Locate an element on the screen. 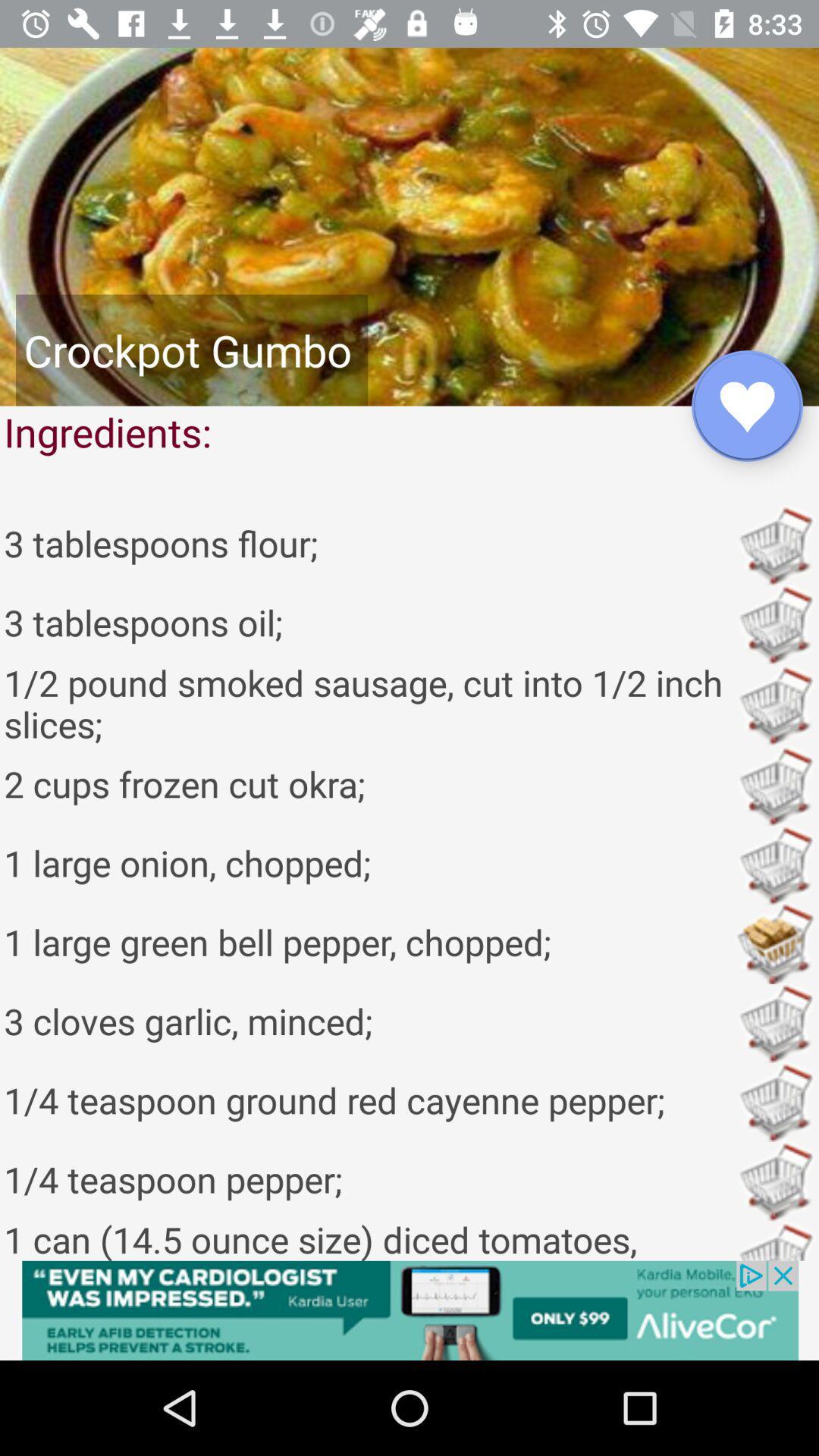  to favorites is located at coordinates (746, 406).